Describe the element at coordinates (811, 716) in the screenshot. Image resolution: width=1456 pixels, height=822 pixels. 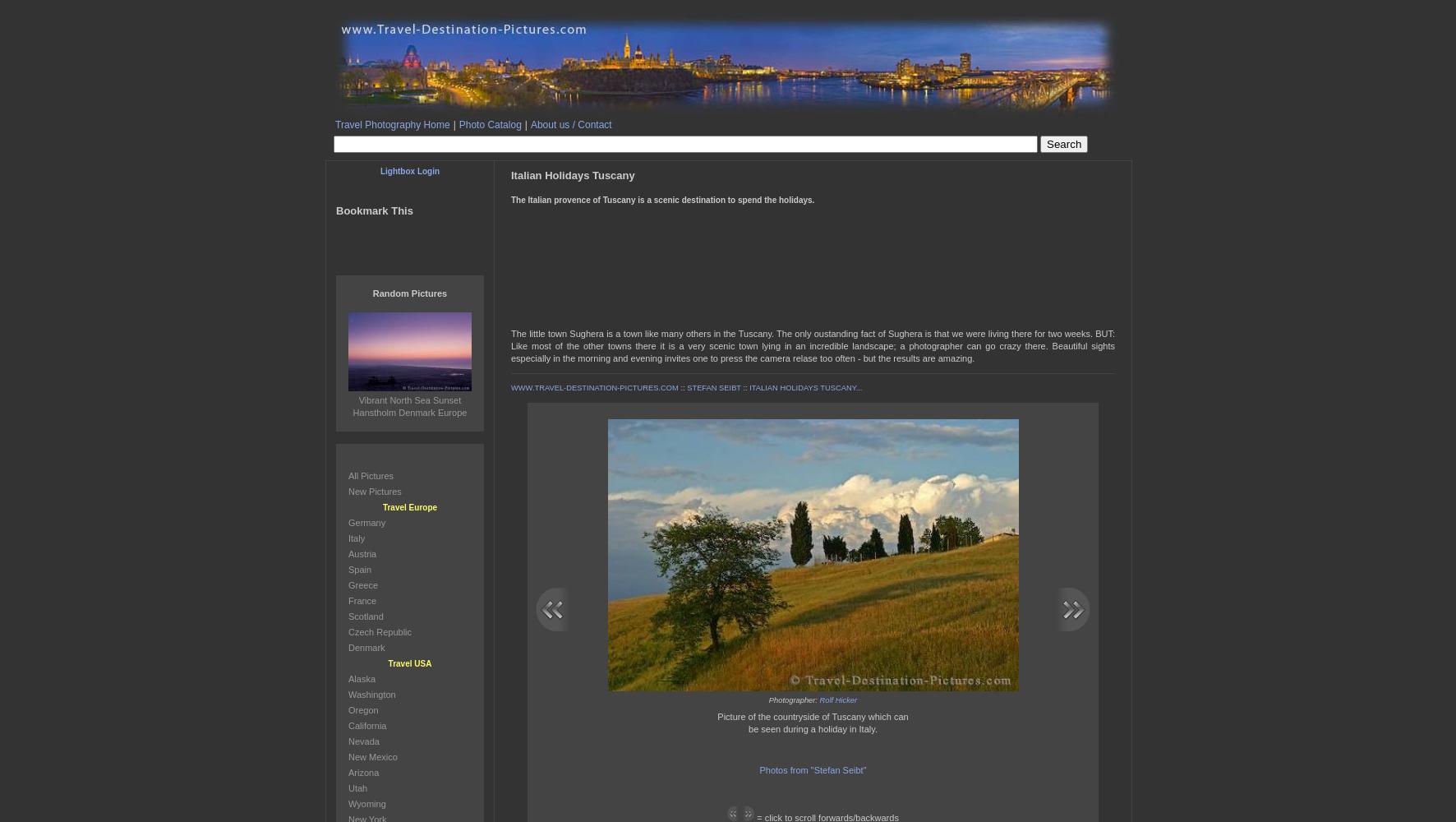
I see `'Picture of the countryside of Tuscany which can'` at that location.